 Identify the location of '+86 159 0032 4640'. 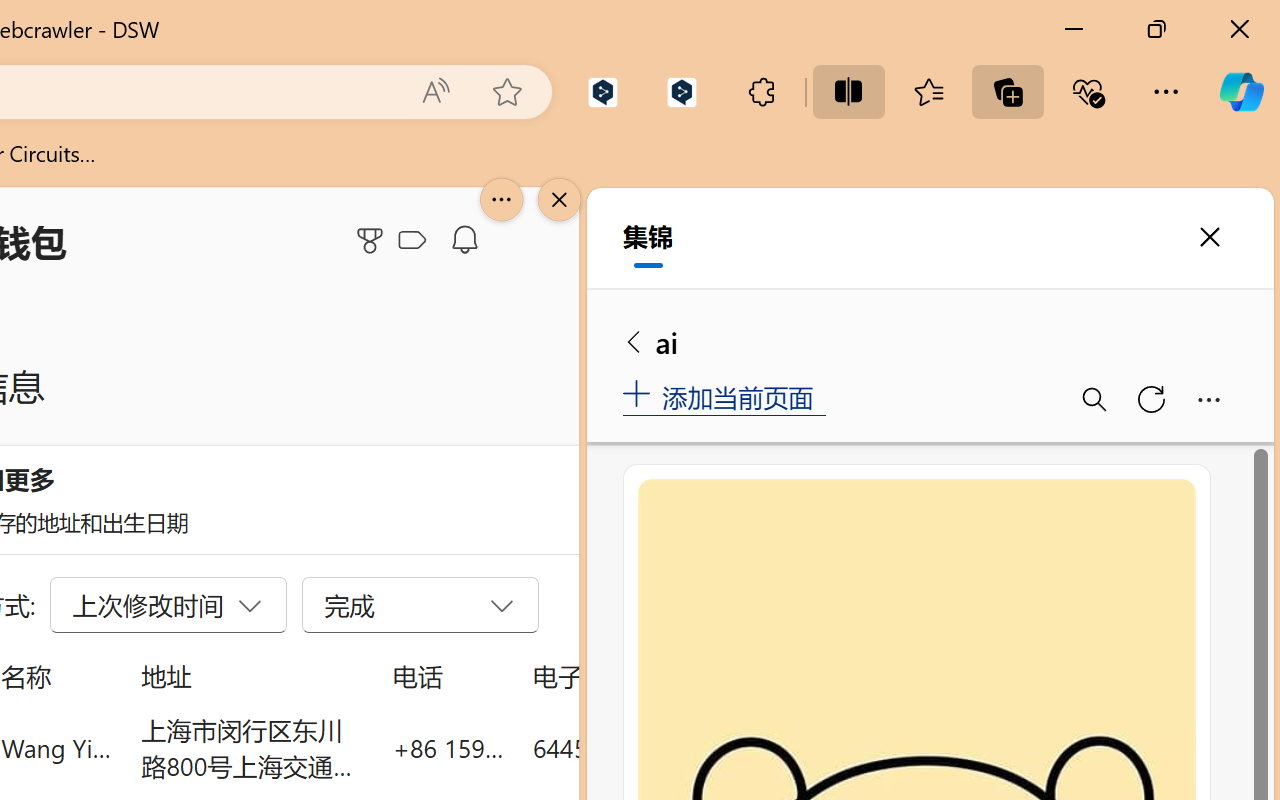
(447, 747).